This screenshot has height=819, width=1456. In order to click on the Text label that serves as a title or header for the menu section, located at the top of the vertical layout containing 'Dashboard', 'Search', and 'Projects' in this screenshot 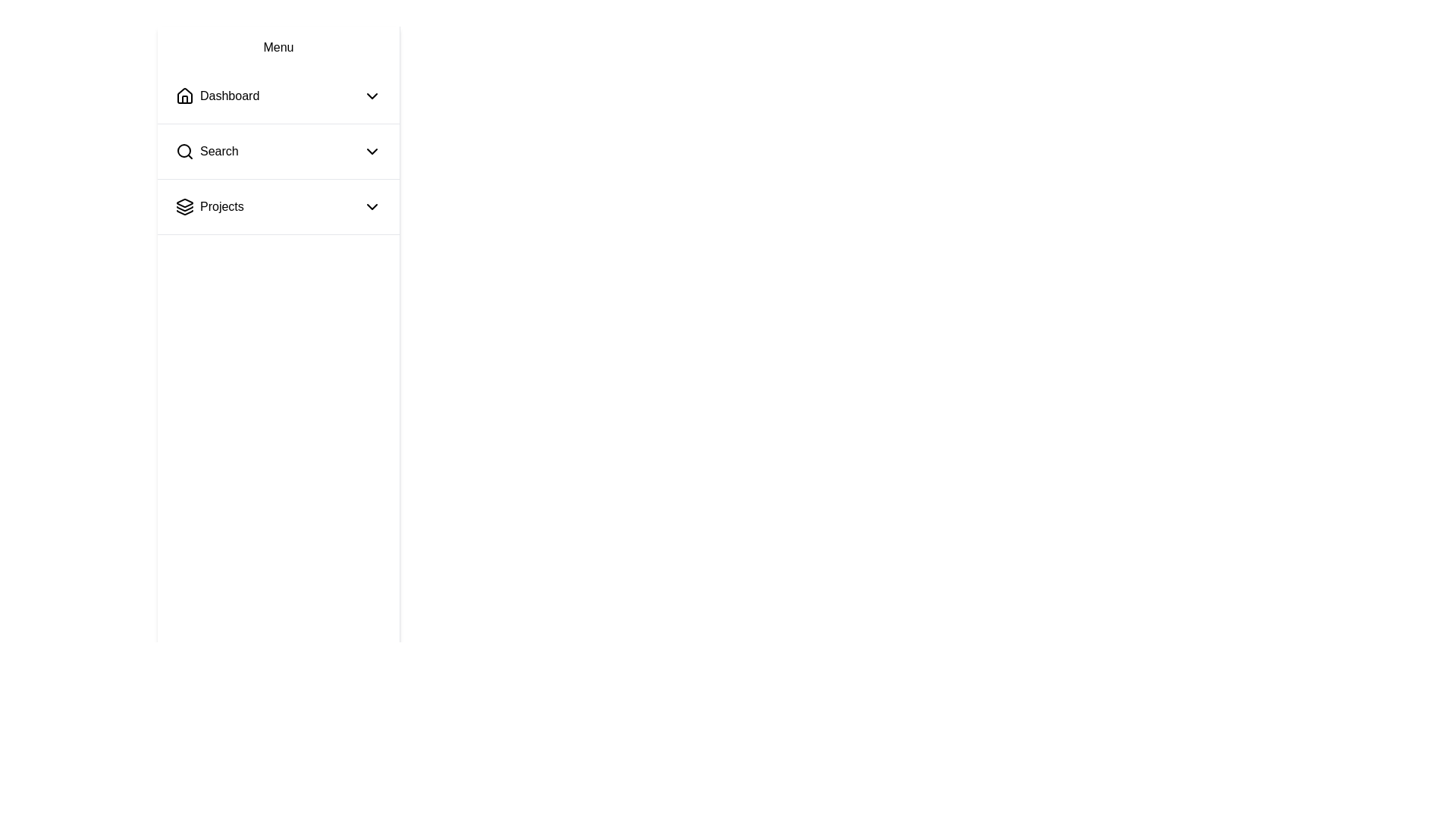, I will do `click(278, 46)`.